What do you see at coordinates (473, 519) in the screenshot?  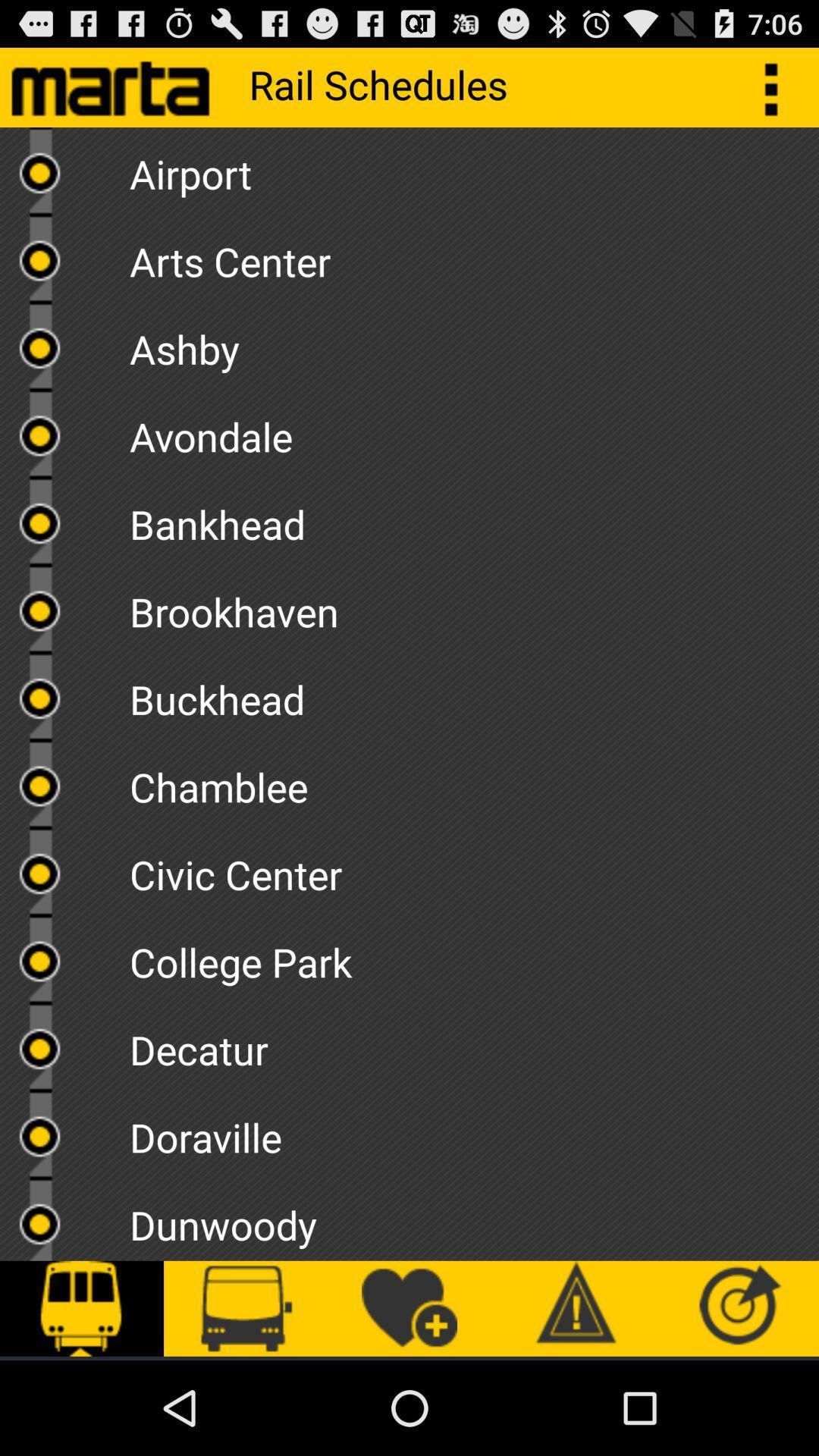 I see `the icon above brookhaven app` at bounding box center [473, 519].